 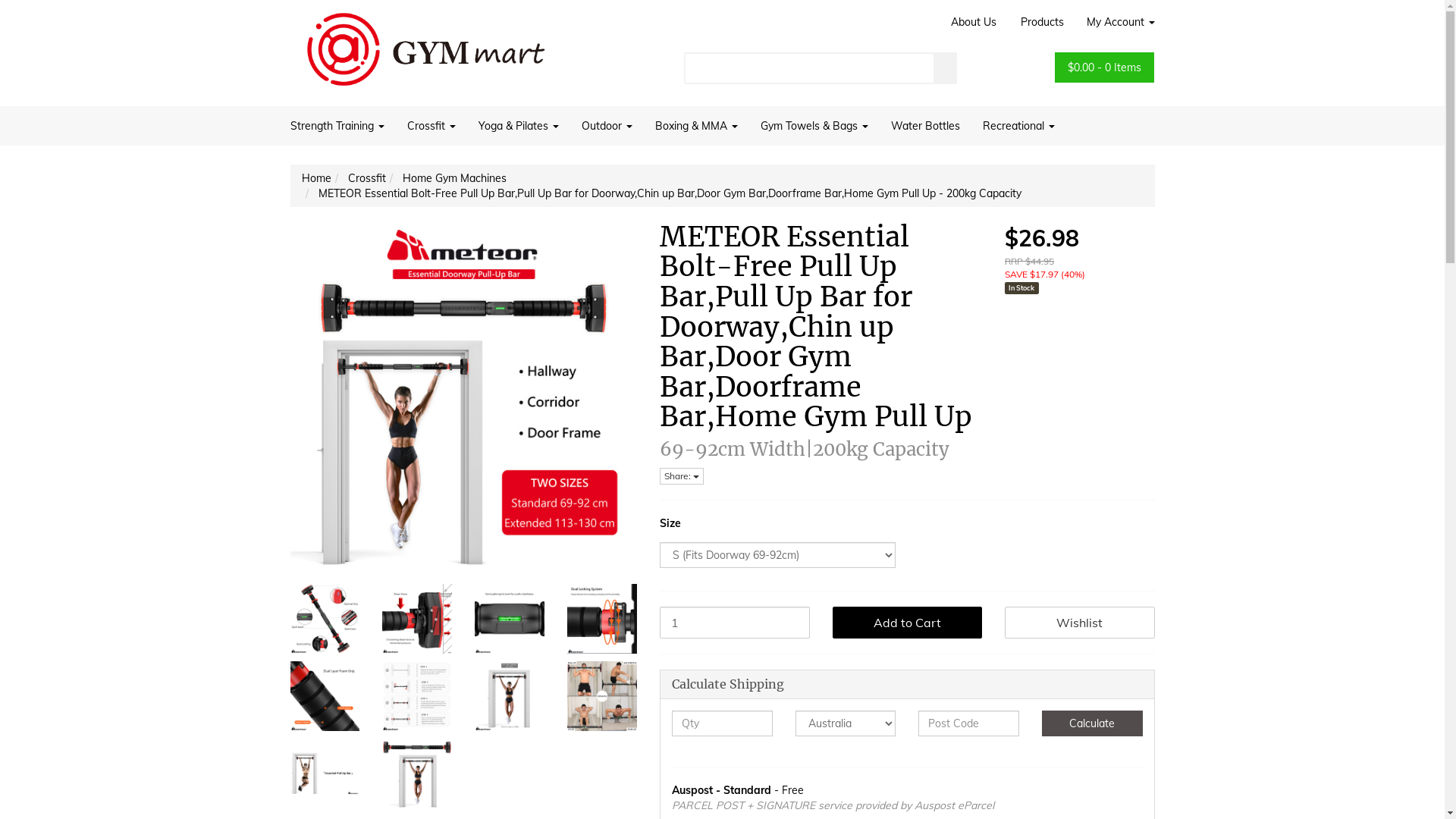 What do you see at coordinates (1115, 22) in the screenshot?
I see `'My Account'` at bounding box center [1115, 22].